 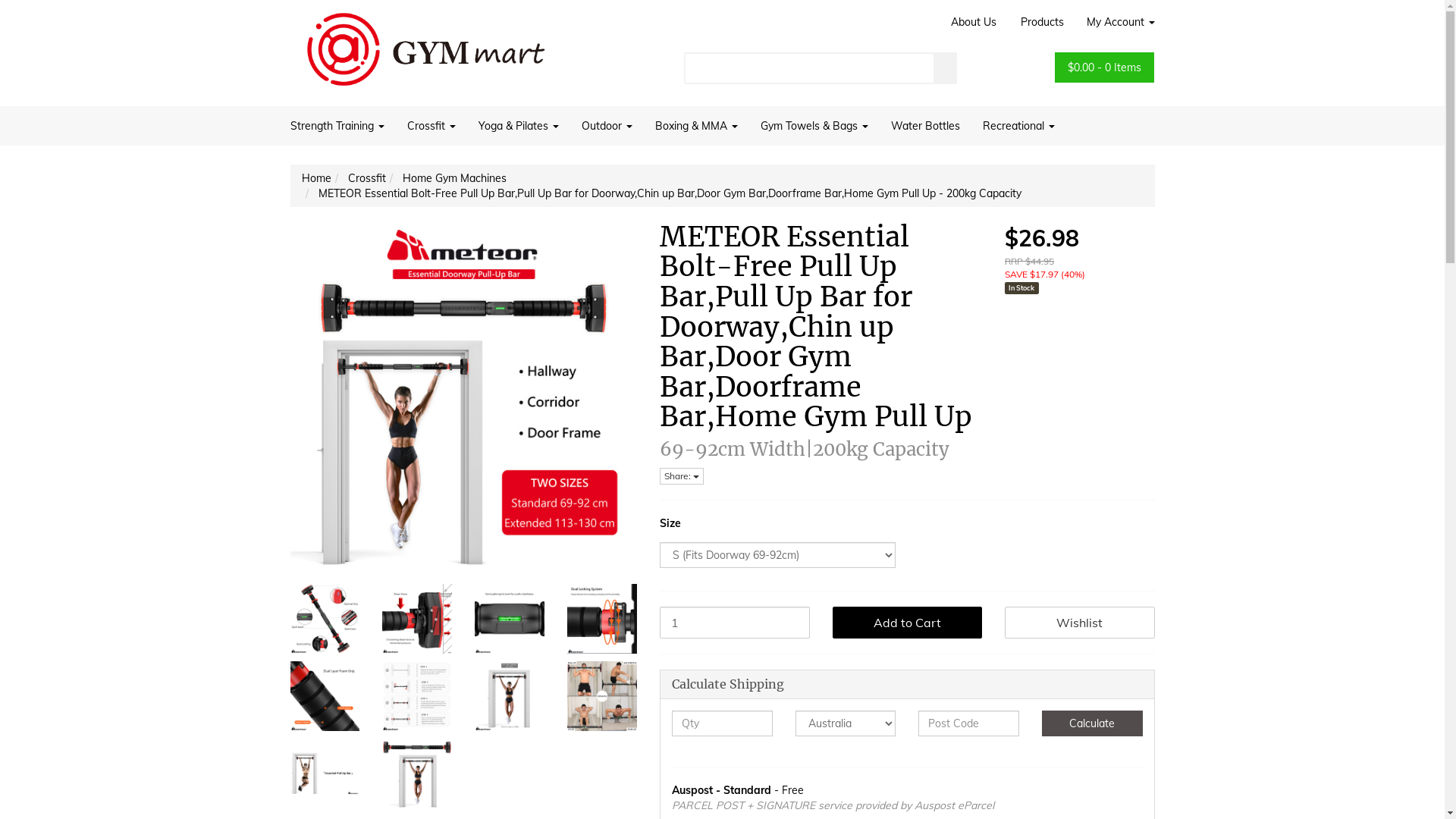 What do you see at coordinates (1115, 22) in the screenshot?
I see `'My Account'` at bounding box center [1115, 22].